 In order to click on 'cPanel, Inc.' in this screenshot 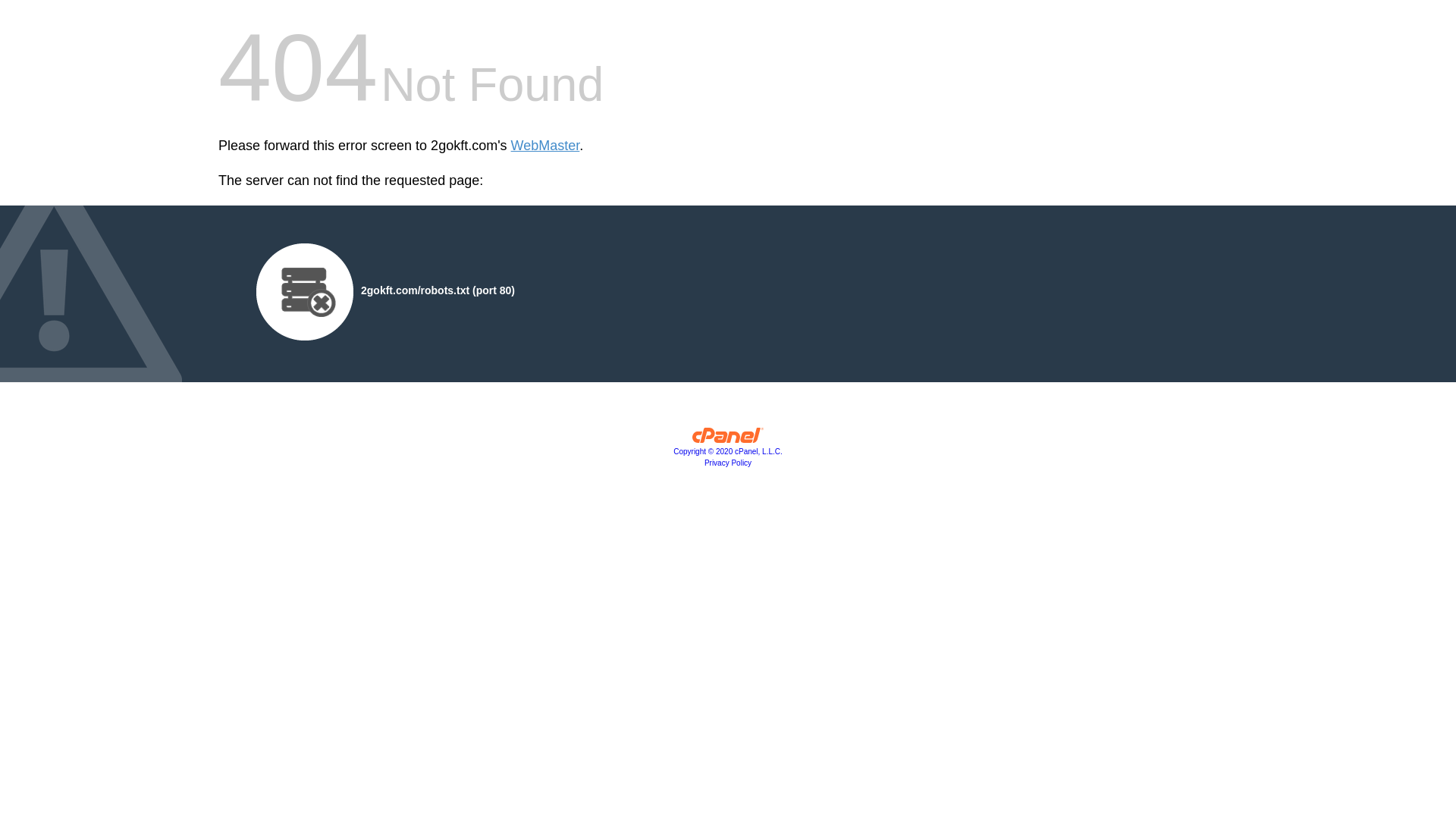, I will do `click(691, 438)`.